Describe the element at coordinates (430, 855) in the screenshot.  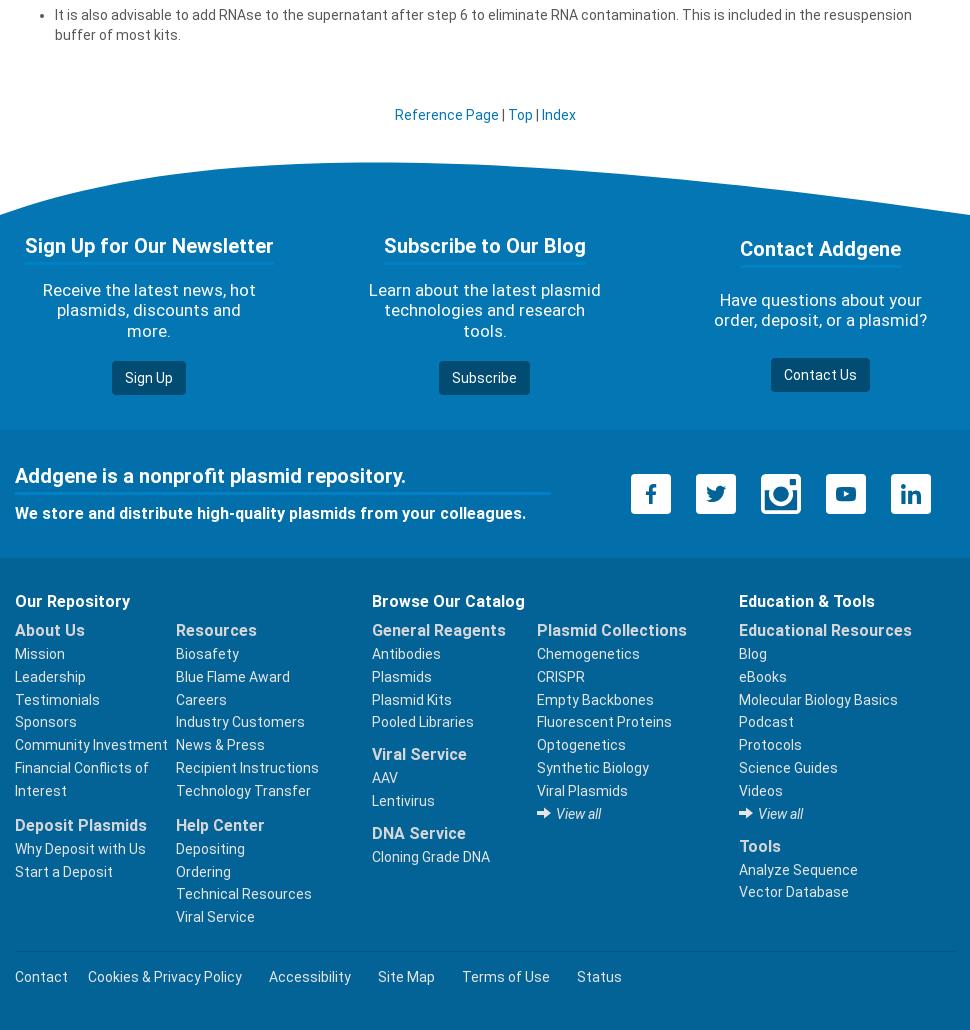
I see `'Cloning Grade DNA'` at that location.